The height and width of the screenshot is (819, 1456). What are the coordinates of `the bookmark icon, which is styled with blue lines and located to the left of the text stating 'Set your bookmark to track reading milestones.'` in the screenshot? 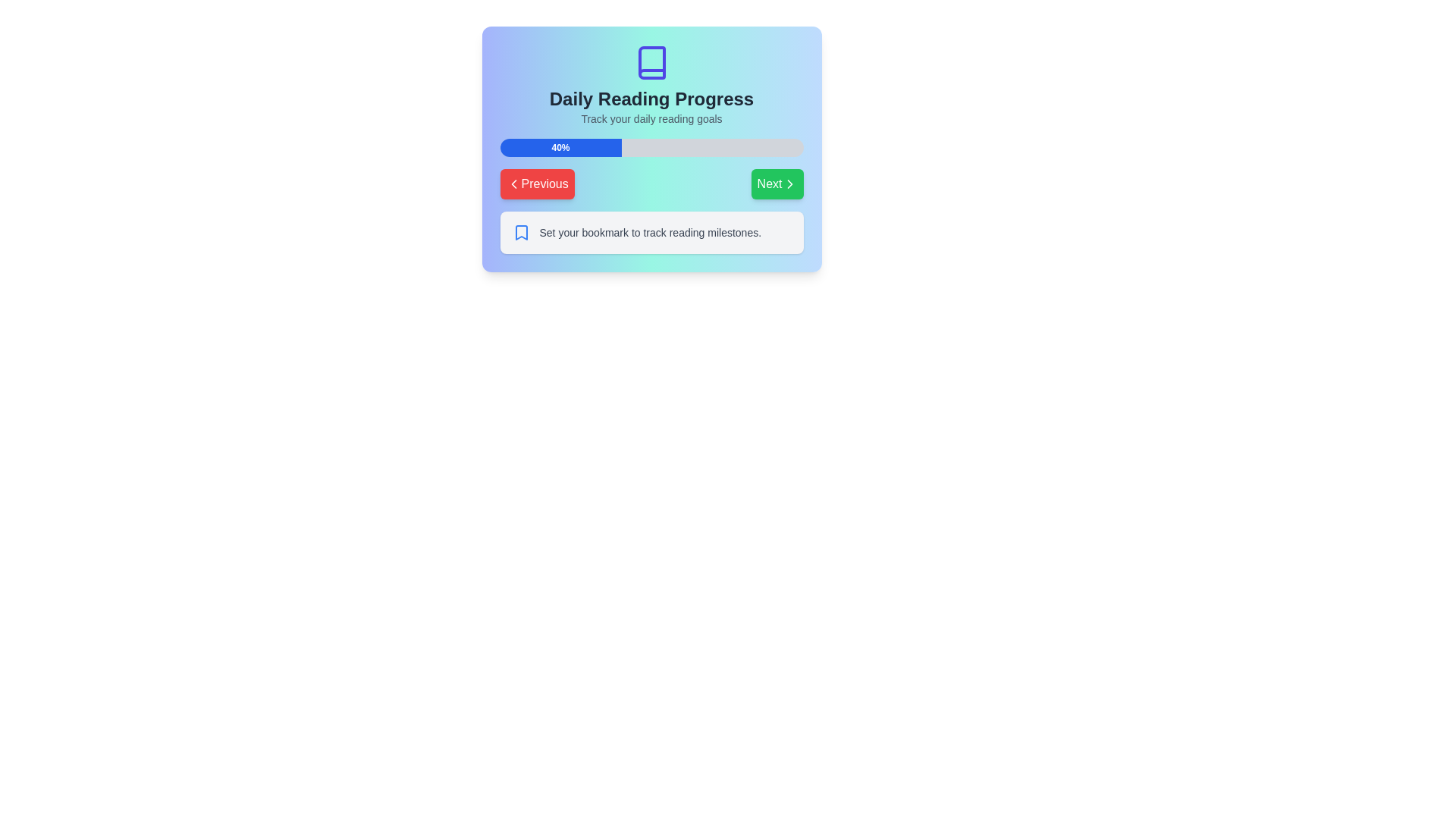 It's located at (521, 233).